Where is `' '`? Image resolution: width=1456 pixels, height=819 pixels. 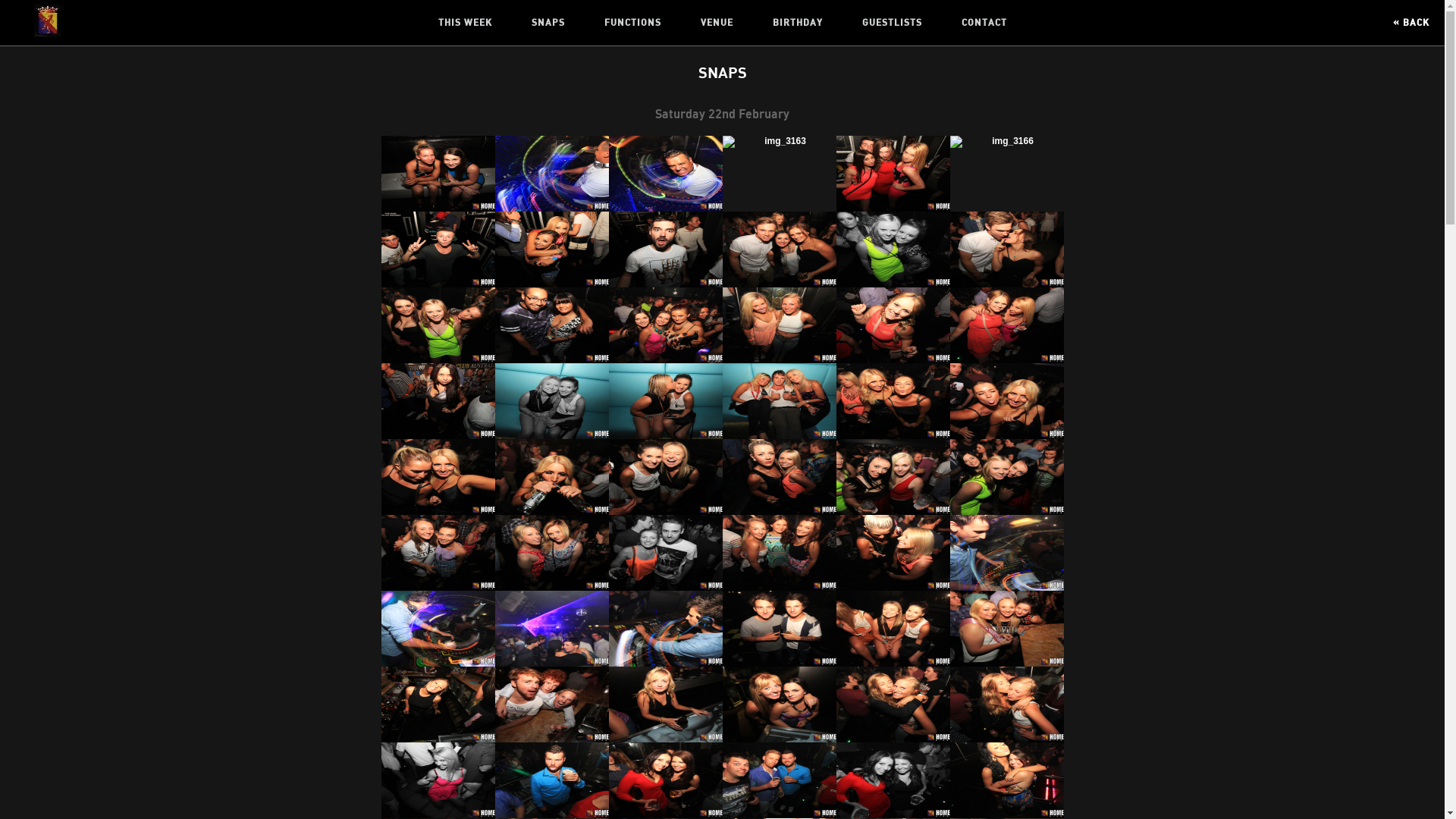
' ' is located at coordinates (949, 704).